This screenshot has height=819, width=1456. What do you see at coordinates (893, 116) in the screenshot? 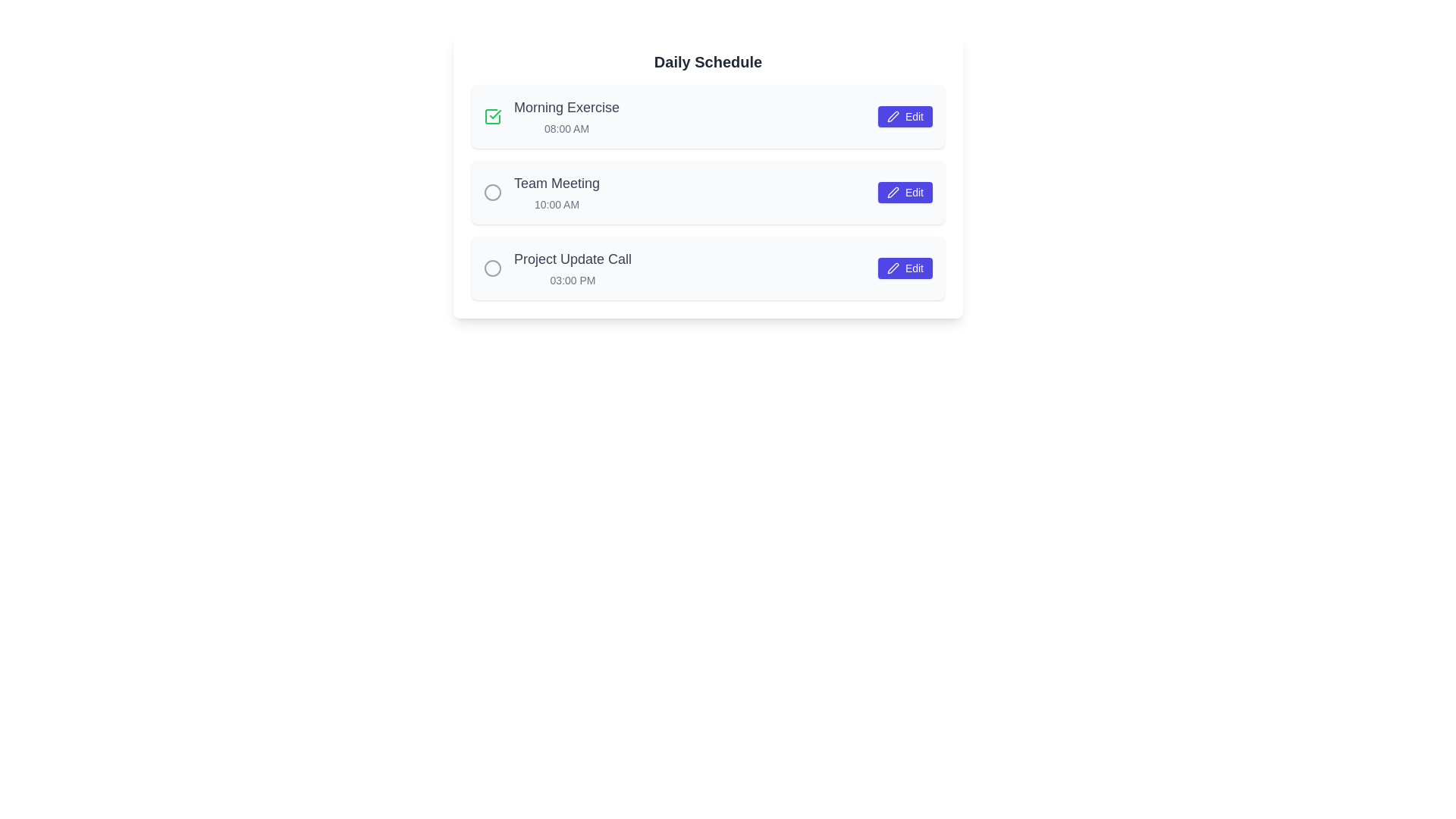
I see `the white pen icon located within the purple 'Edit' button in the first row of the 'Morning Exercise' list under the 'Daily Schedule' section` at bounding box center [893, 116].